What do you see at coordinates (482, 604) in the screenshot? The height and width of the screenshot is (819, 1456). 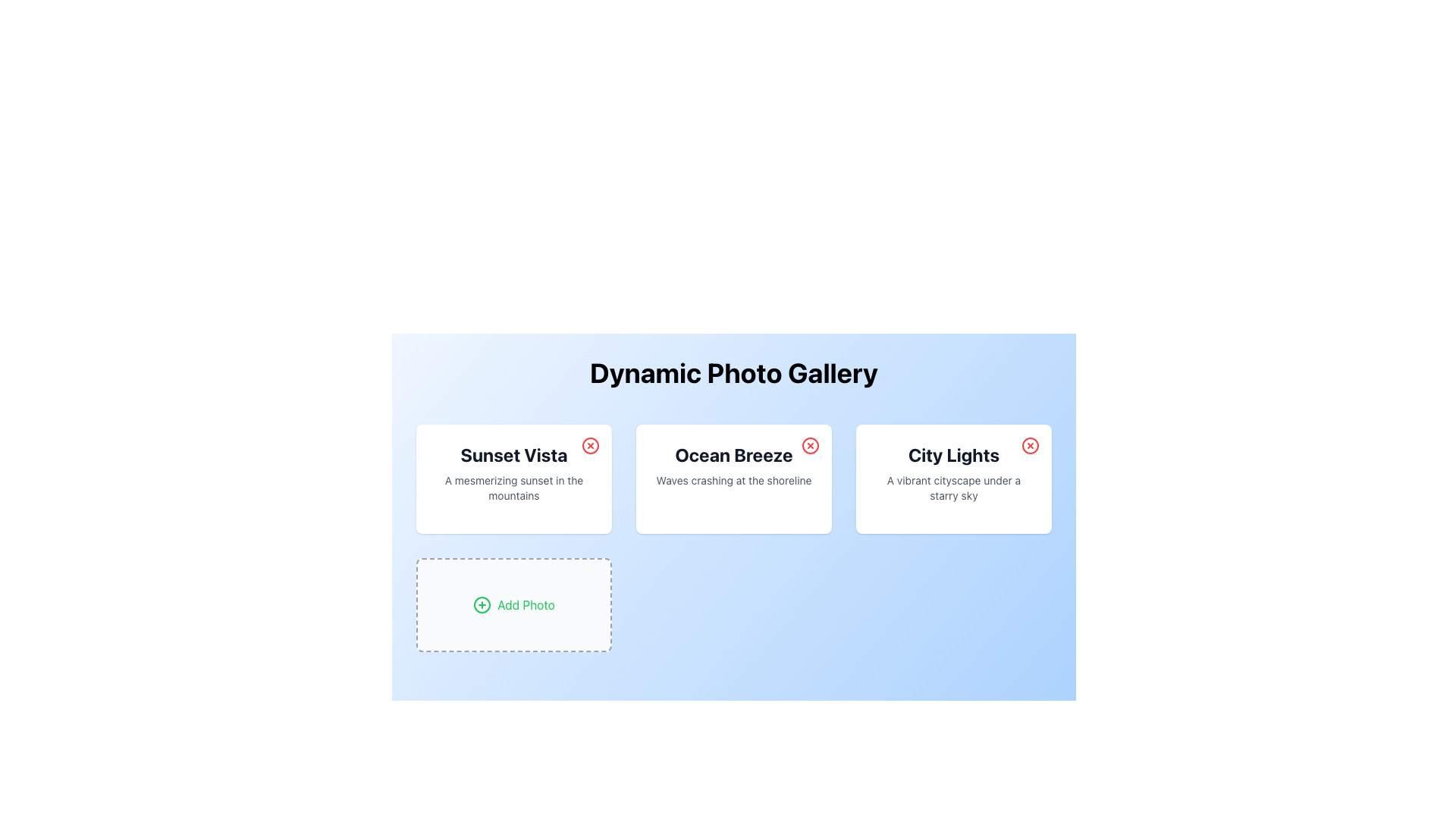 I see `the circular green plus icon button located in the 'Add Photo' section` at bounding box center [482, 604].